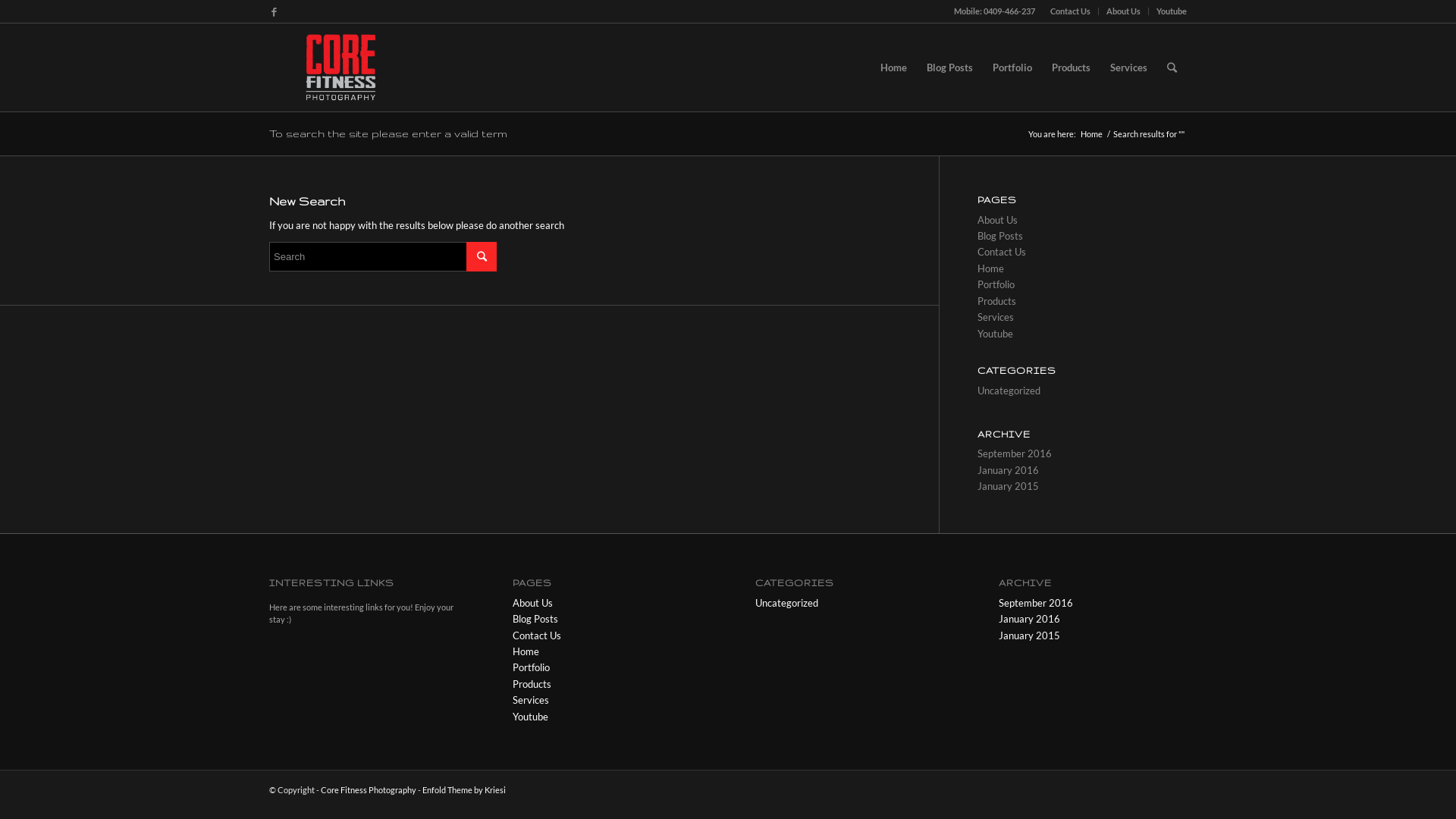 The width and height of the screenshot is (1456, 819). What do you see at coordinates (273, 11) in the screenshot?
I see `'Facebook'` at bounding box center [273, 11].